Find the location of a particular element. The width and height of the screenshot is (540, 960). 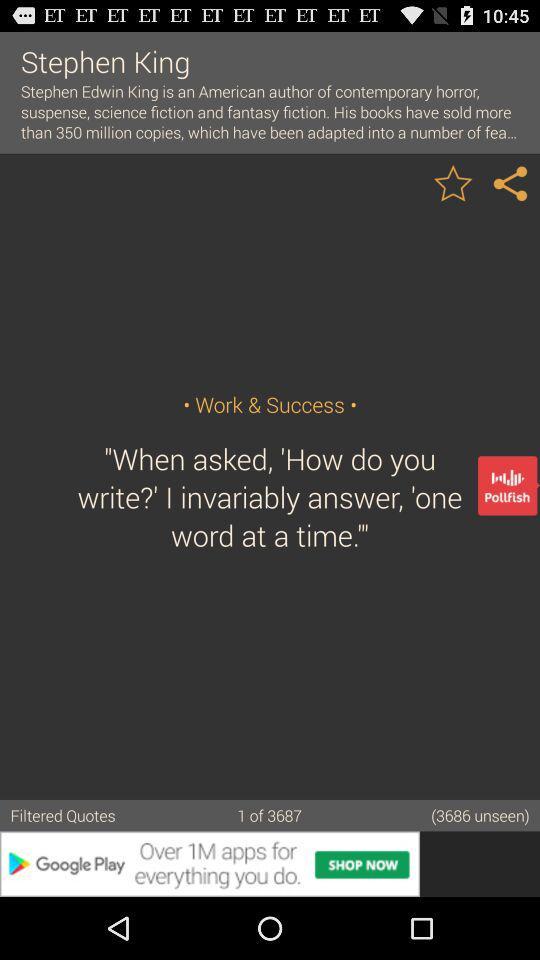

brilliant quotes best photo quotes top sayings is located at coordinates (511, 182).